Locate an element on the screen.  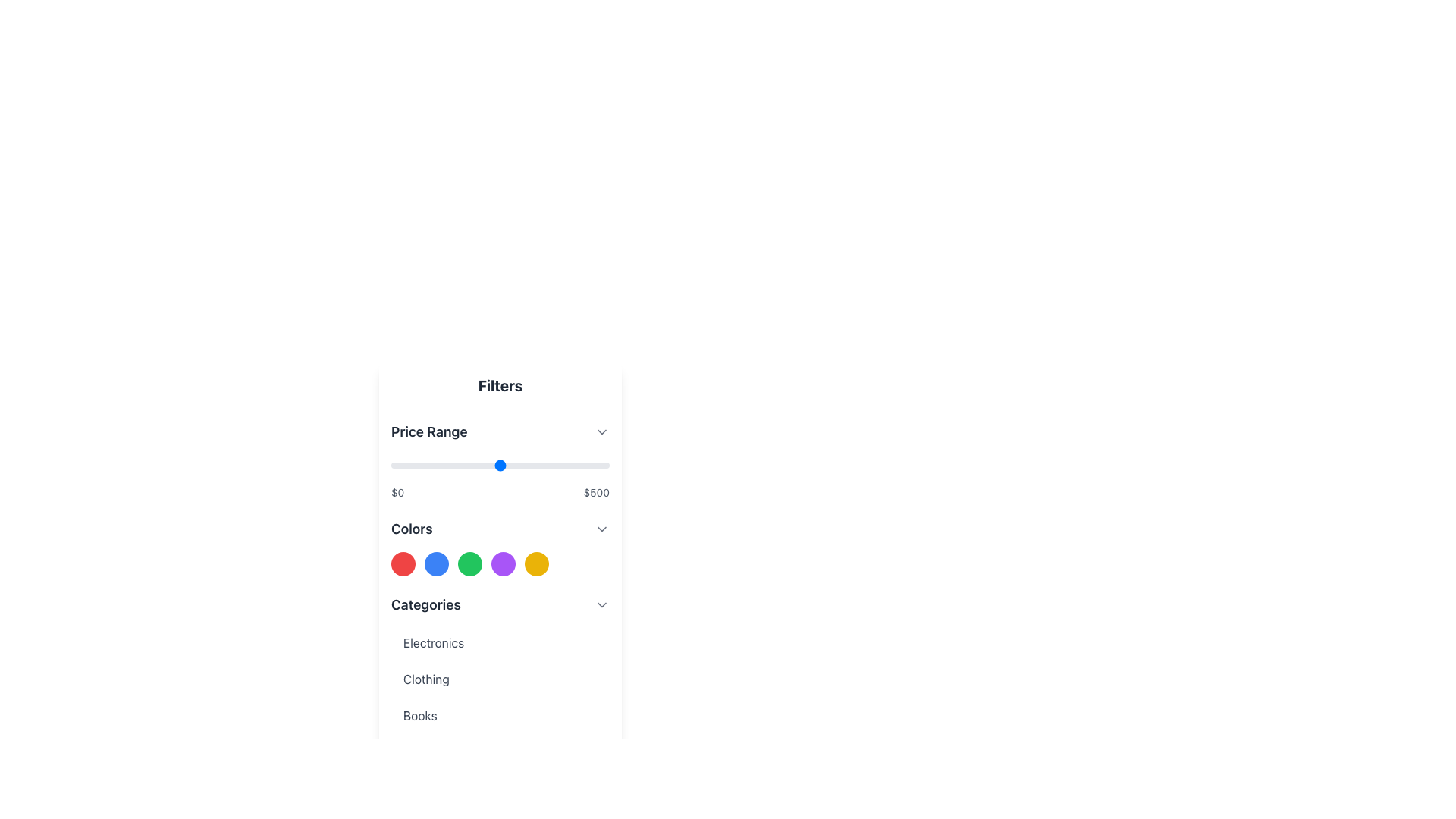
the price range is located at coordinates (479, 464).